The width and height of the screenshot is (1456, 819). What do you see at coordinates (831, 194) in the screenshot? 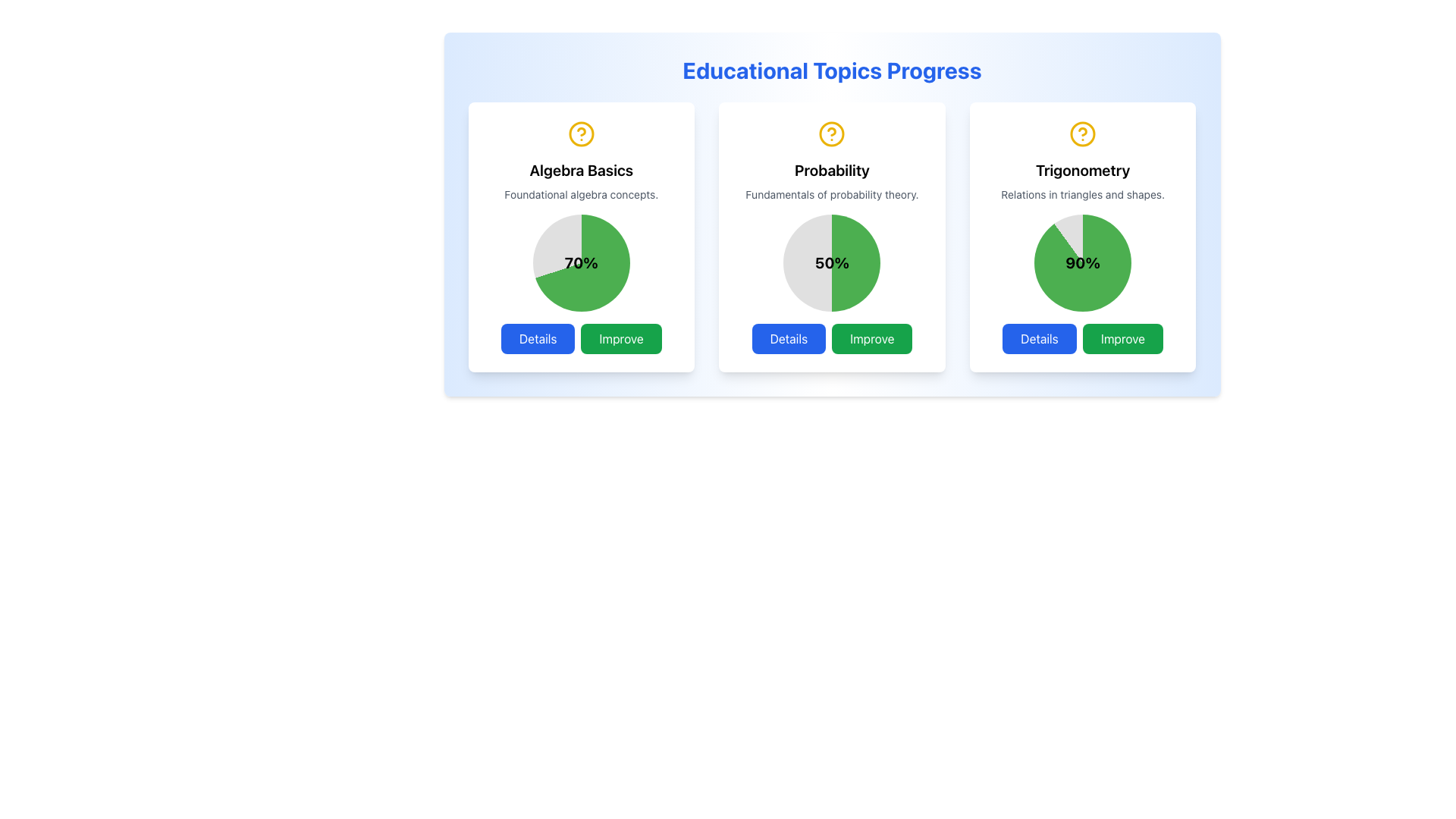
I see `supplementary text below the 'Probability' title in the middle card of a three-card layout` at bounding box center [831, 194].